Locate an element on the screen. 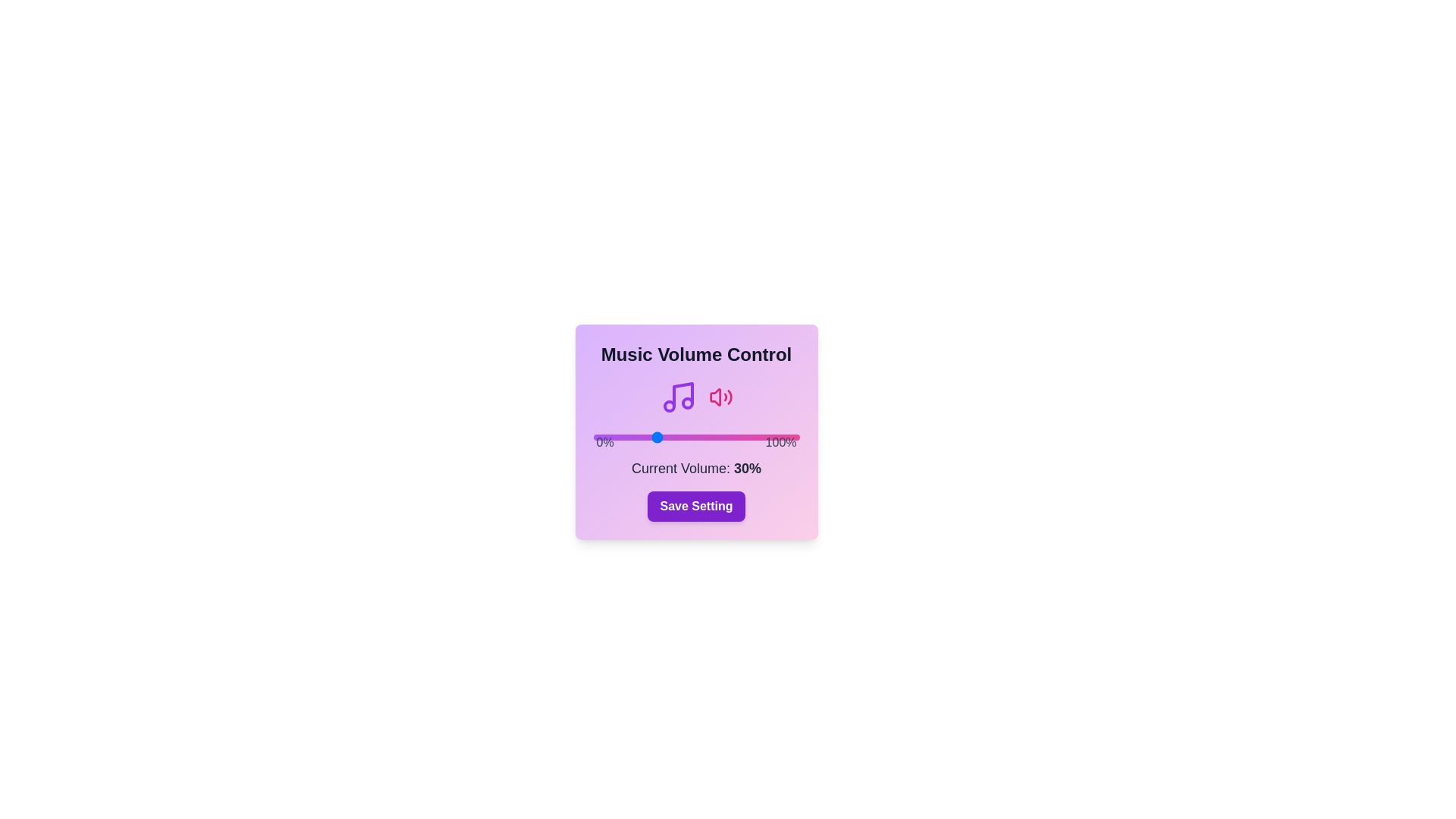 Image resolution: width=1456 pixels, height=819 pixels. the slider to set the volume to 57% is located at coordinates (710, 438).